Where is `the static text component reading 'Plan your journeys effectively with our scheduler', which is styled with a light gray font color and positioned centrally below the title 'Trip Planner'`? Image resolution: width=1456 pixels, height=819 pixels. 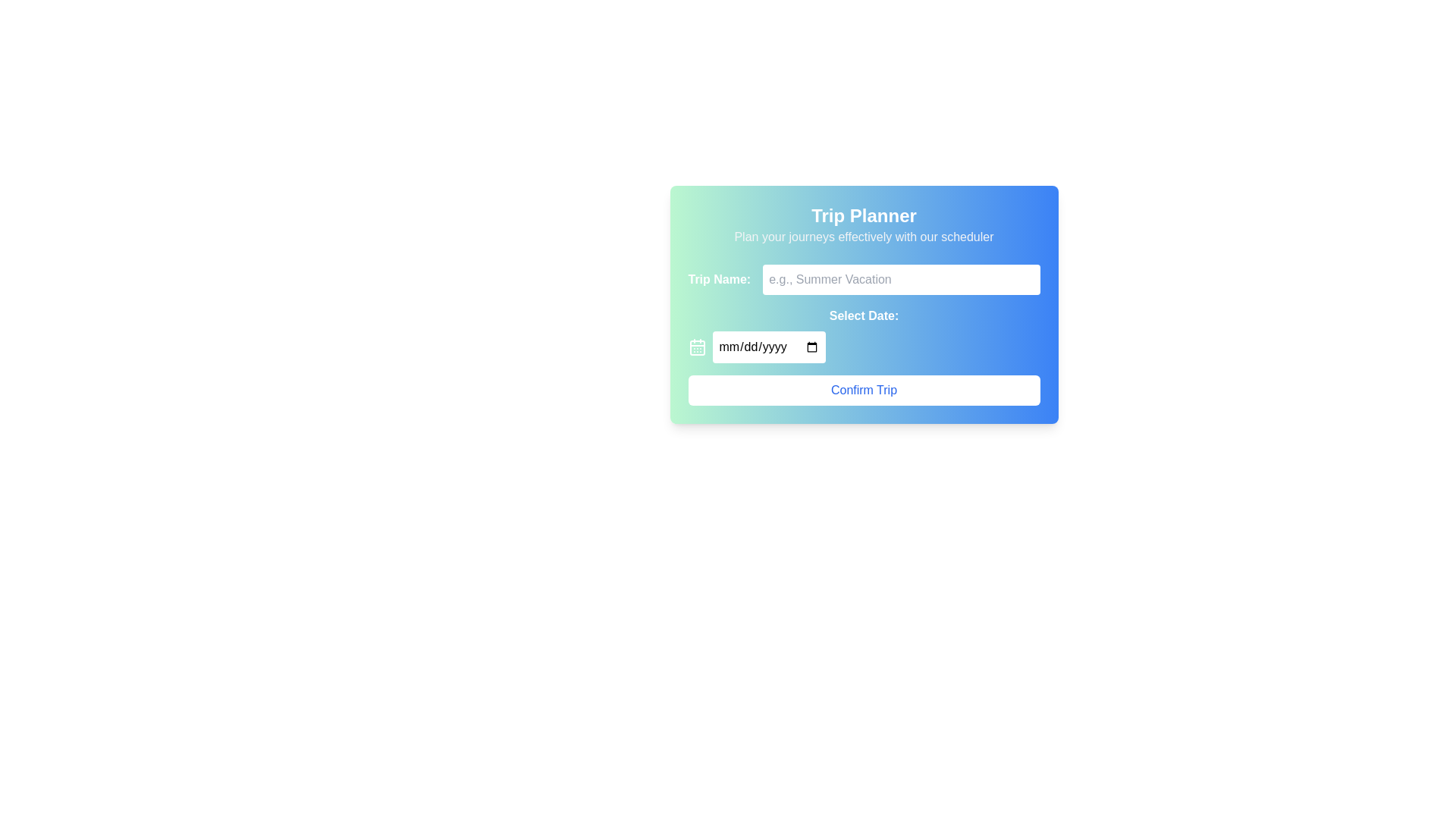
the static text component reading 'Plan your journeys effectively with our scheduler', which is styled with a light gray font color and positioned centrally below the title 'Trip Planner' is located at coordinates (864, 237).